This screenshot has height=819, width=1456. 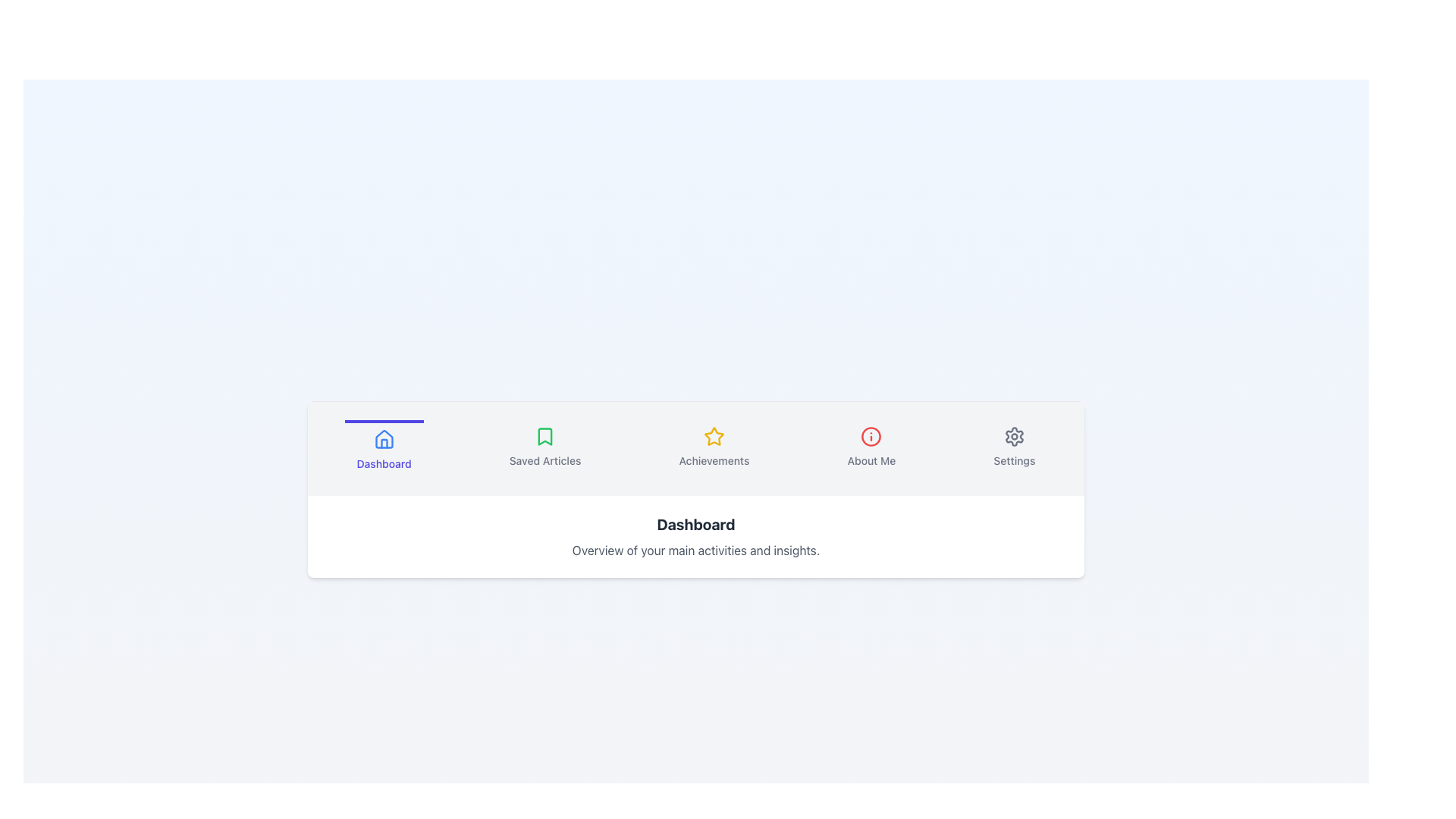 What do you see at coordinates (713, 447) in the screenshot?
I see `the 'Achievements' Navigation Button, which features a hollow yellow star icon above gray text` at bounding box center [713, 447].